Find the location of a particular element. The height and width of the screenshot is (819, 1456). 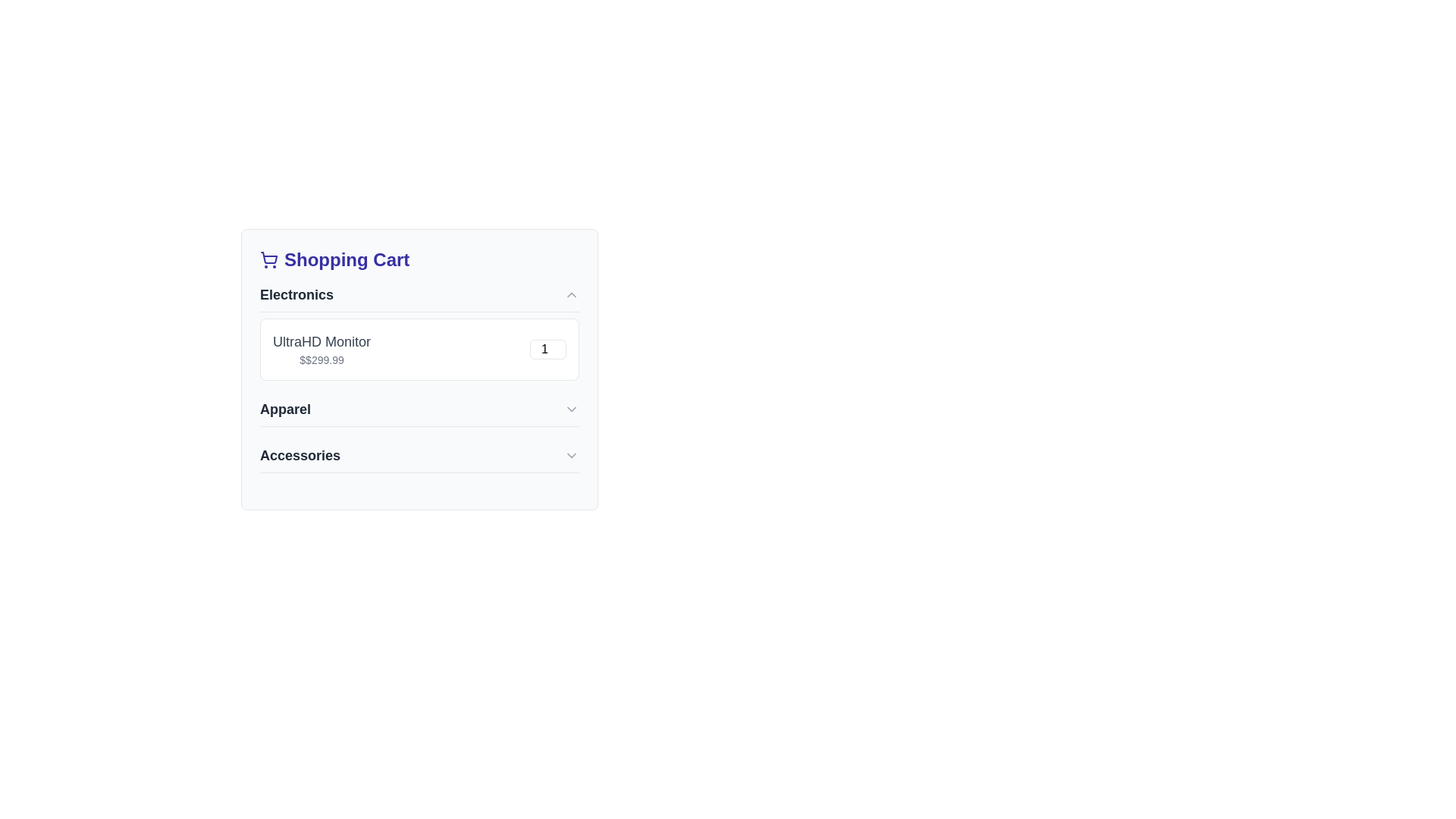

price information displayed in the small gray font text label showing '$$299.99', which is located below the 'UltraHD Monitor' text within the shopping cart interface is located at coordinates (321, 359).